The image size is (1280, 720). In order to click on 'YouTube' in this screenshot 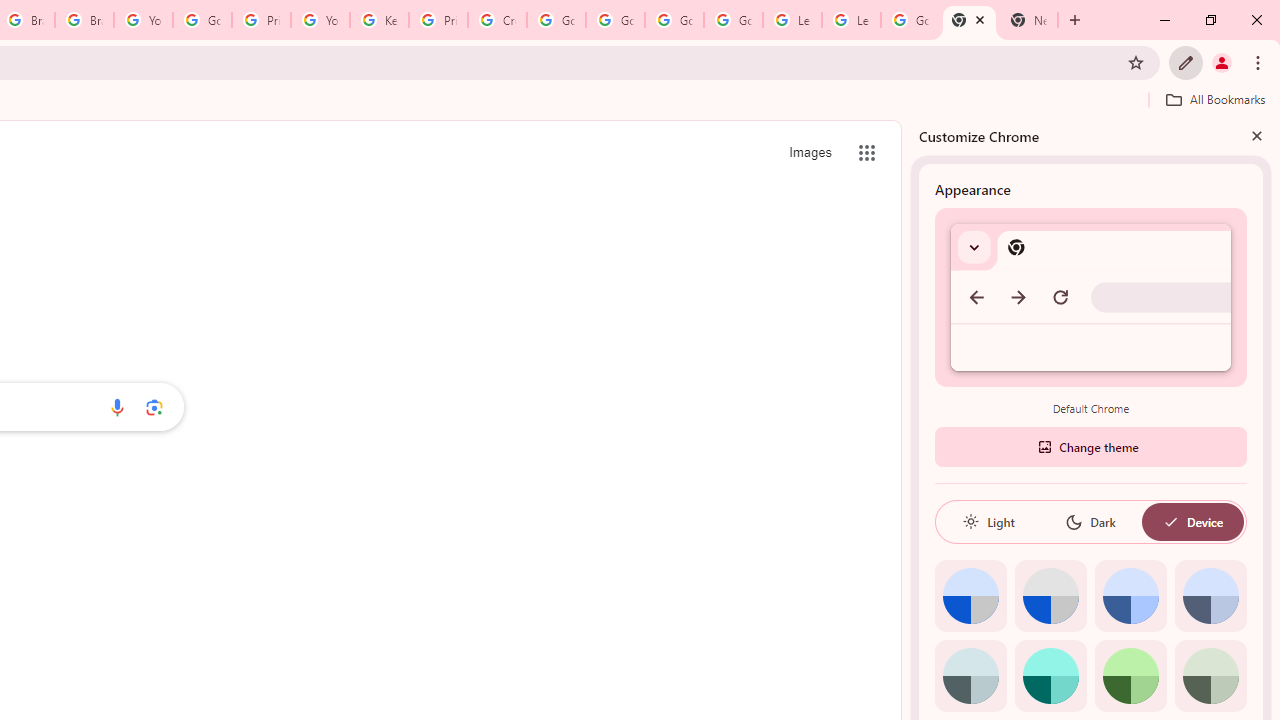, I will do `click(320, 20)`.